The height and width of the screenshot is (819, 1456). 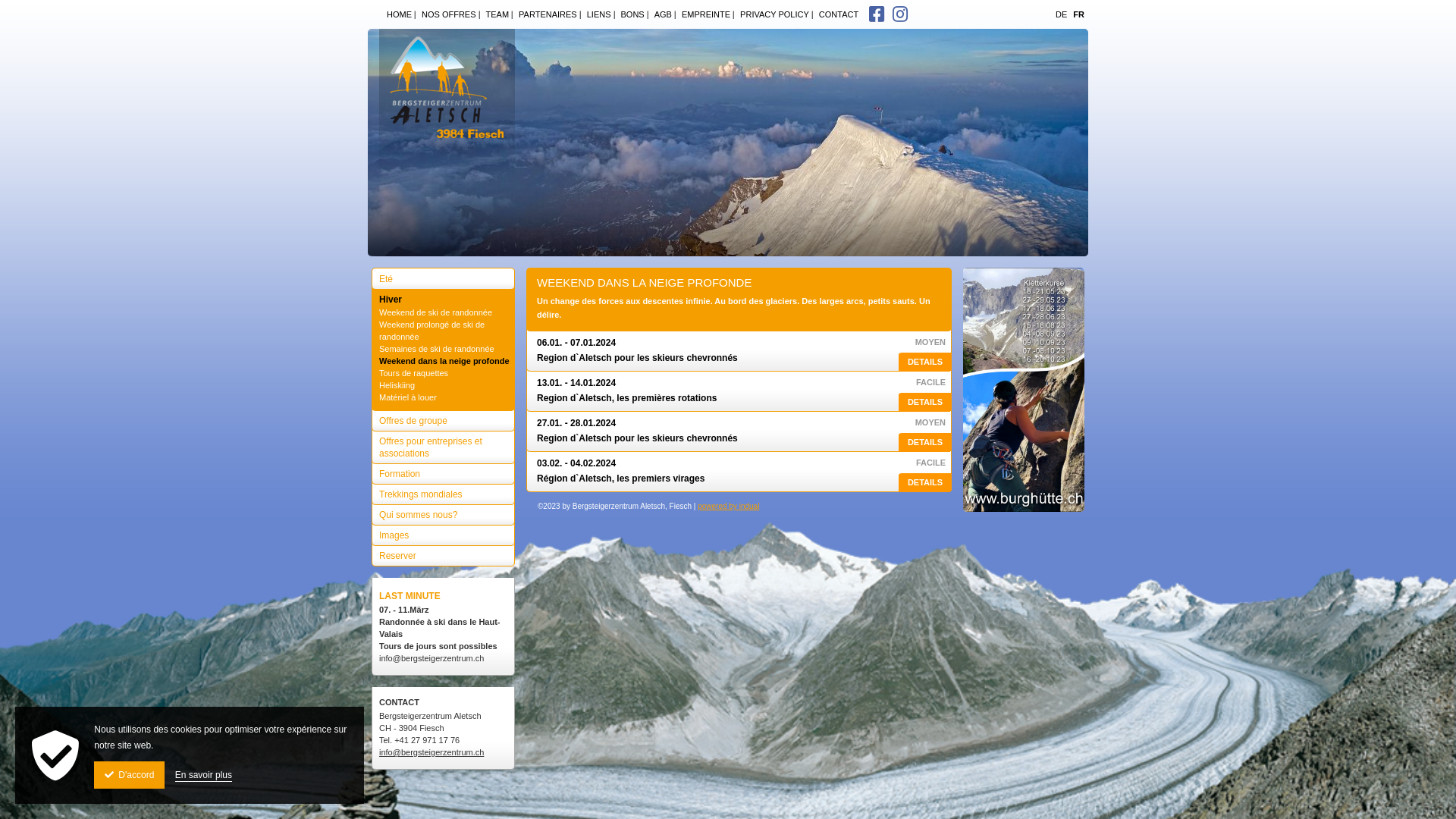 I want to click on 'DE', so click(x=1060, y=14).